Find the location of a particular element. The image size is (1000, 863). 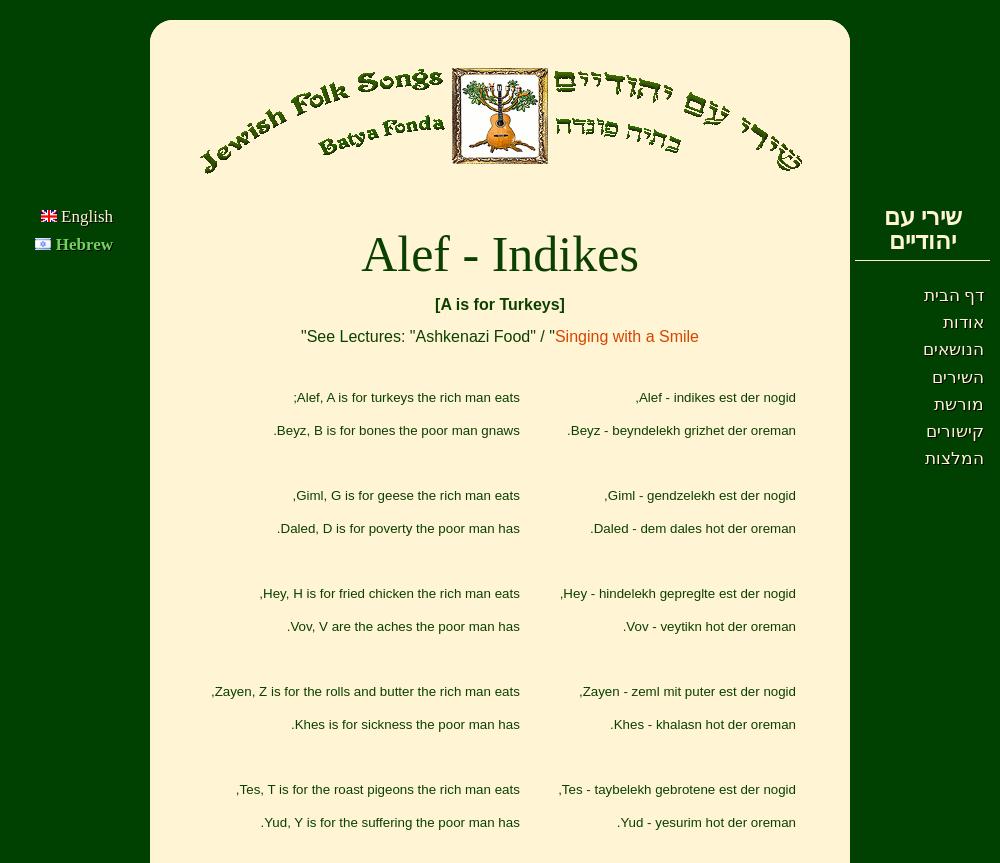

'Giml - gendzelekh est der nogid,' is located at coordinates (699, 494).